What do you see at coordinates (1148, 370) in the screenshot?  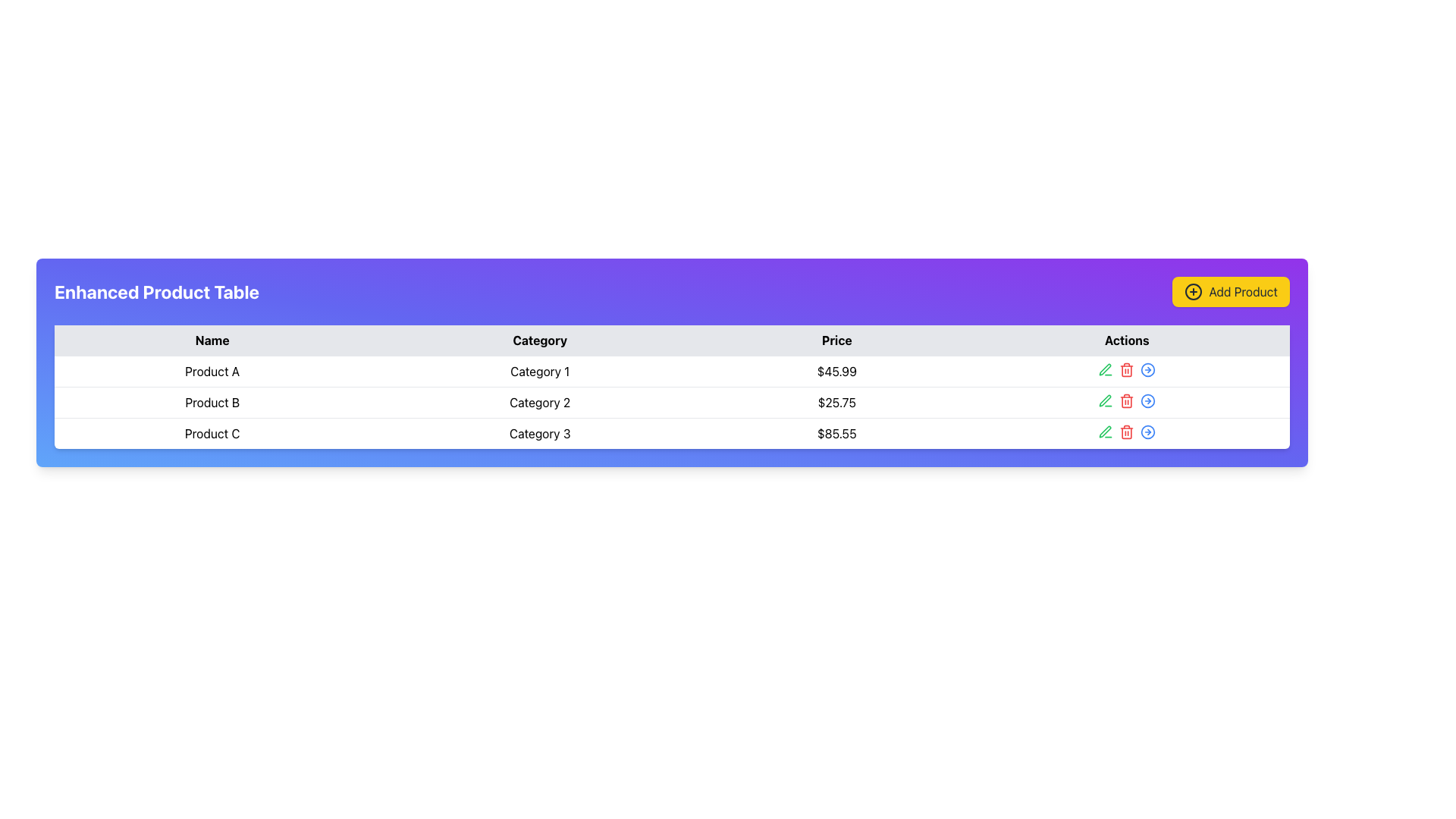 I see `the blue circular button with a rightwards arrow icon located in the 'Actions' column of the third row of the product table` at bounding box center [1148, 370].